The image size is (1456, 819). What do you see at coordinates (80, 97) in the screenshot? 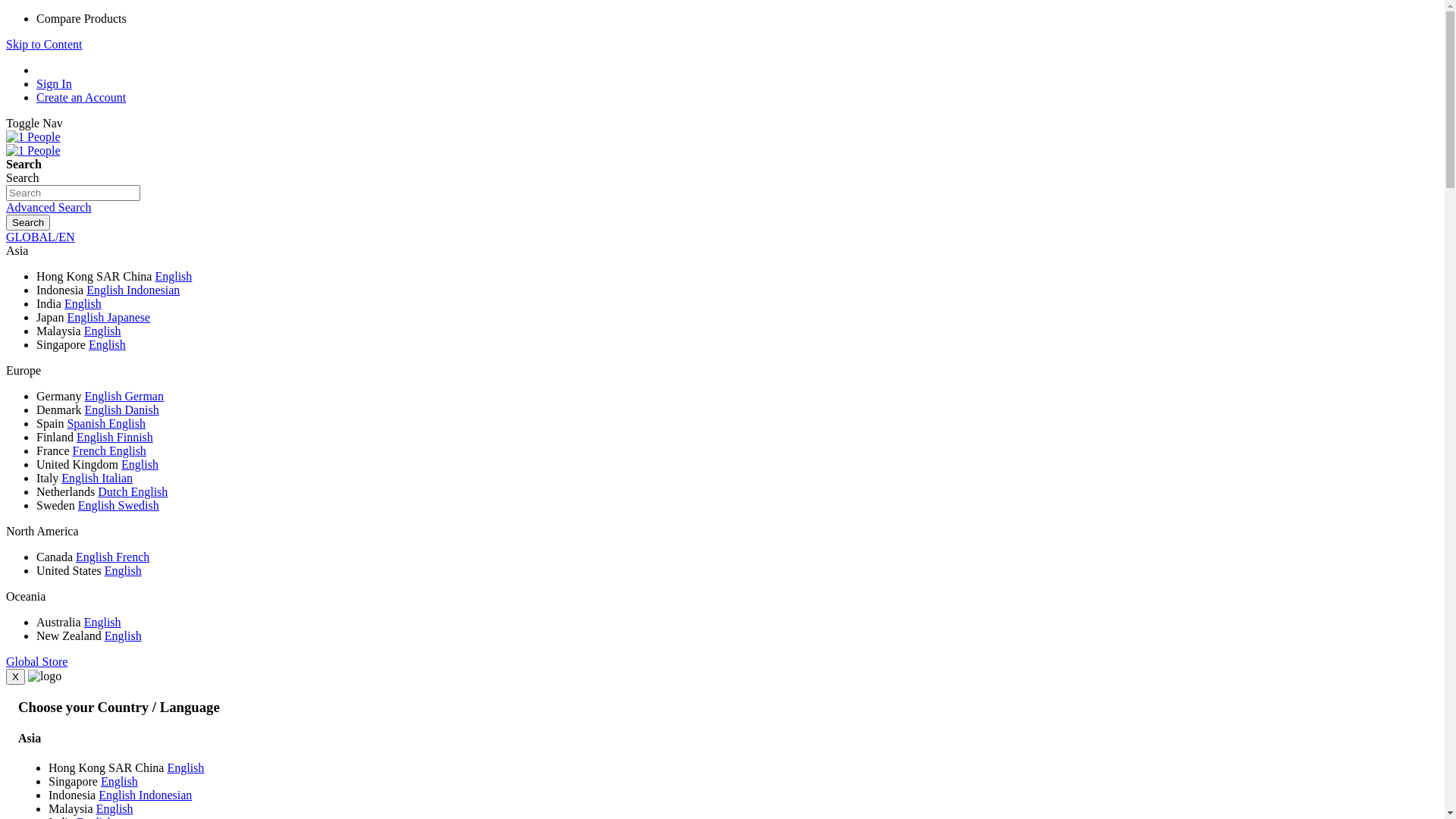
I see `'Create an Account'` at bounding box center [80, 97].